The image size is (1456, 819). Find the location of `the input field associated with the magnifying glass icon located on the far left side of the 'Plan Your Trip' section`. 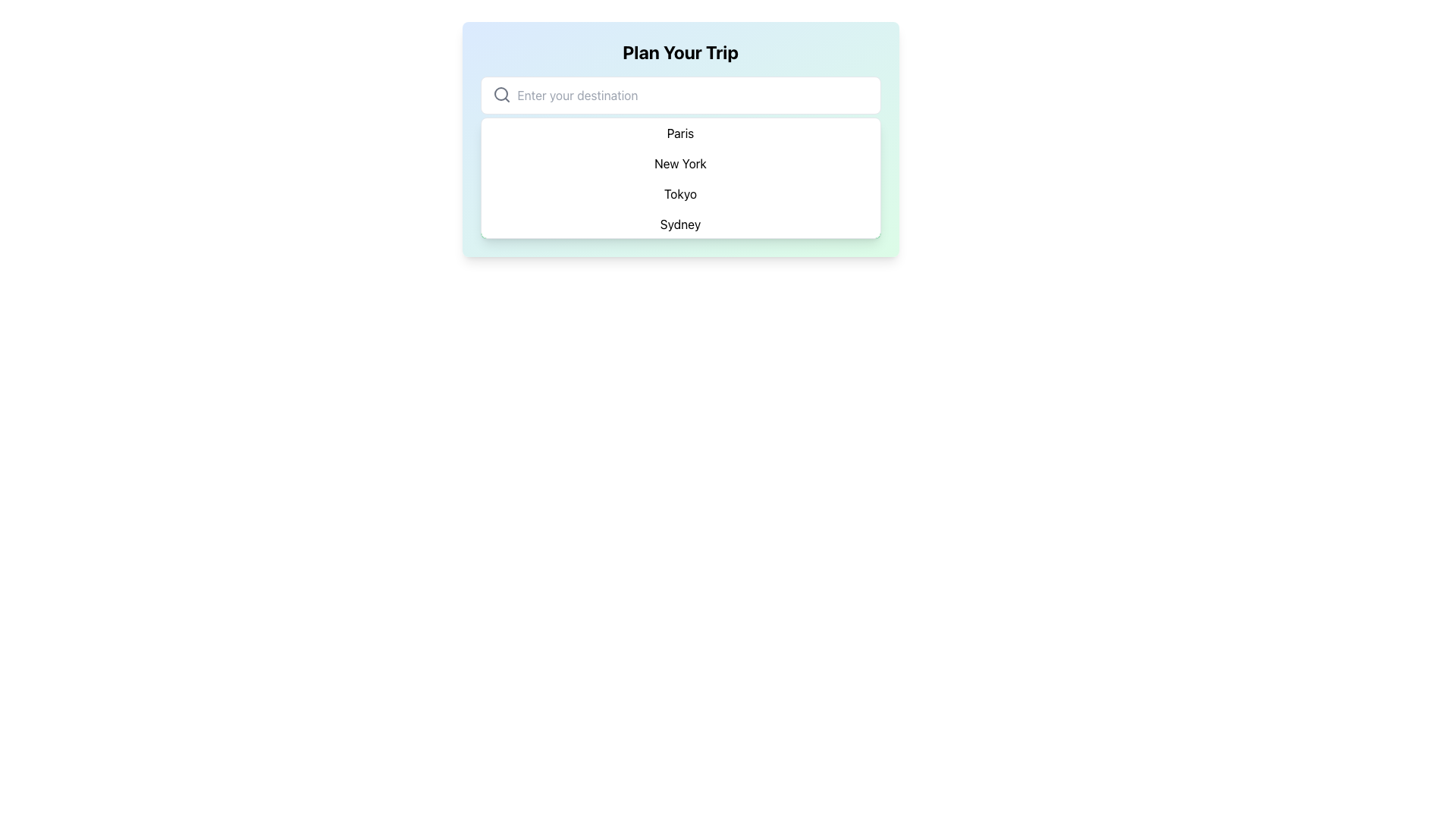

the input field associated with the magnifying glass icon located on the far left side of the 'Plan Your Trip' section is located at coordinates (501, 94).